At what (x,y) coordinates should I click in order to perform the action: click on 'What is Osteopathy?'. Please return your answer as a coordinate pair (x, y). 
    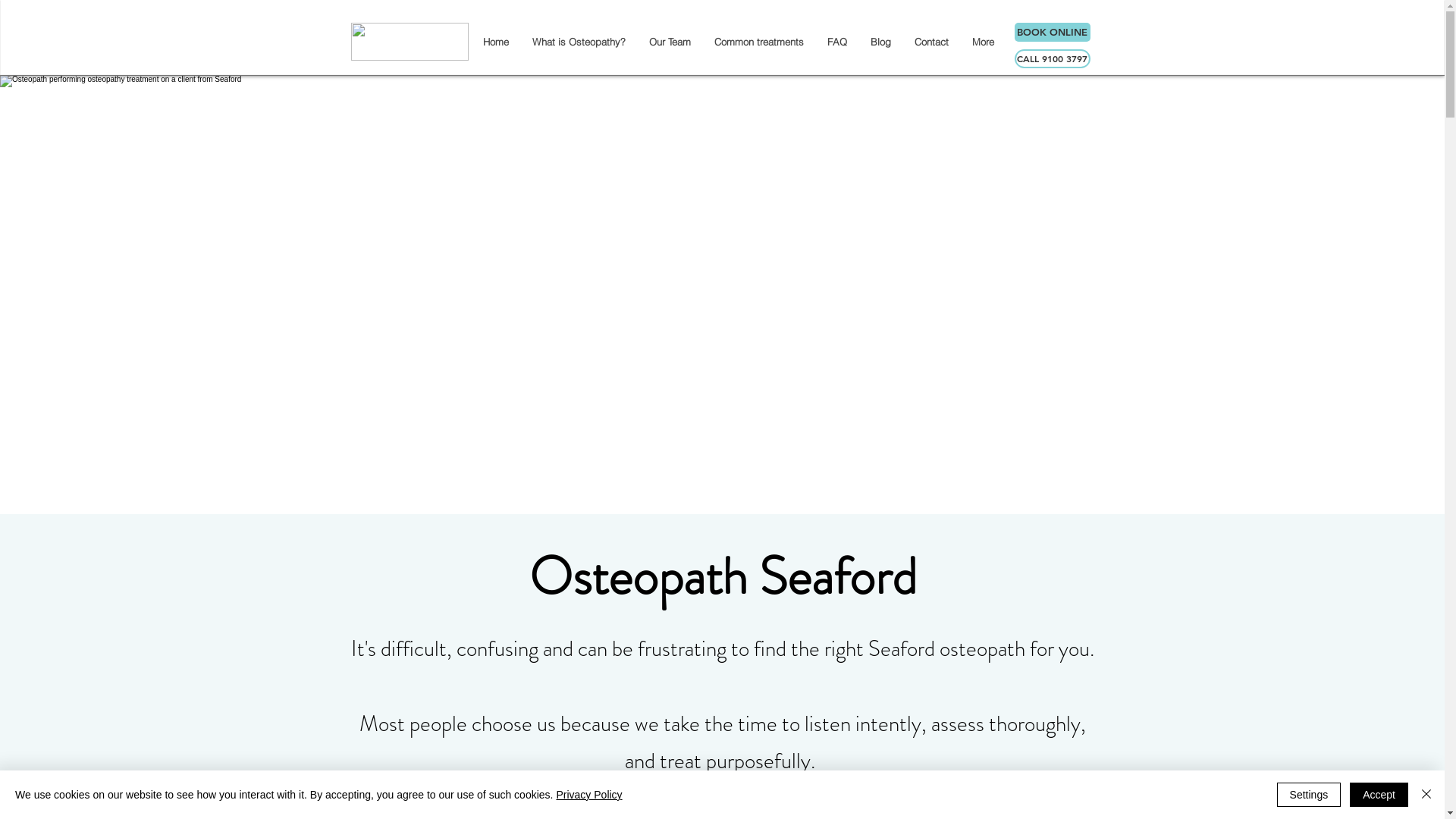
    Looking at the image, I should click on (578, 40).